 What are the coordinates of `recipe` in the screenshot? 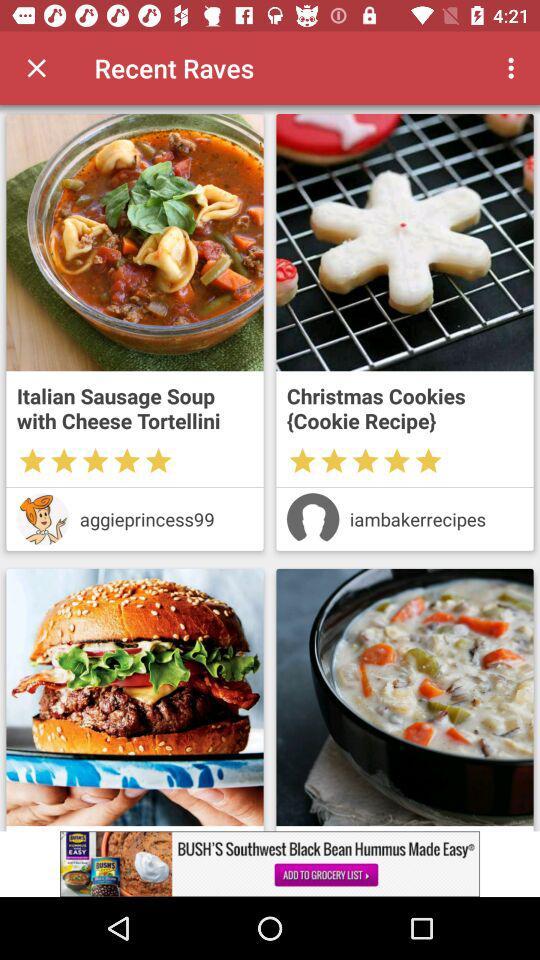 It's located at (405, 697).